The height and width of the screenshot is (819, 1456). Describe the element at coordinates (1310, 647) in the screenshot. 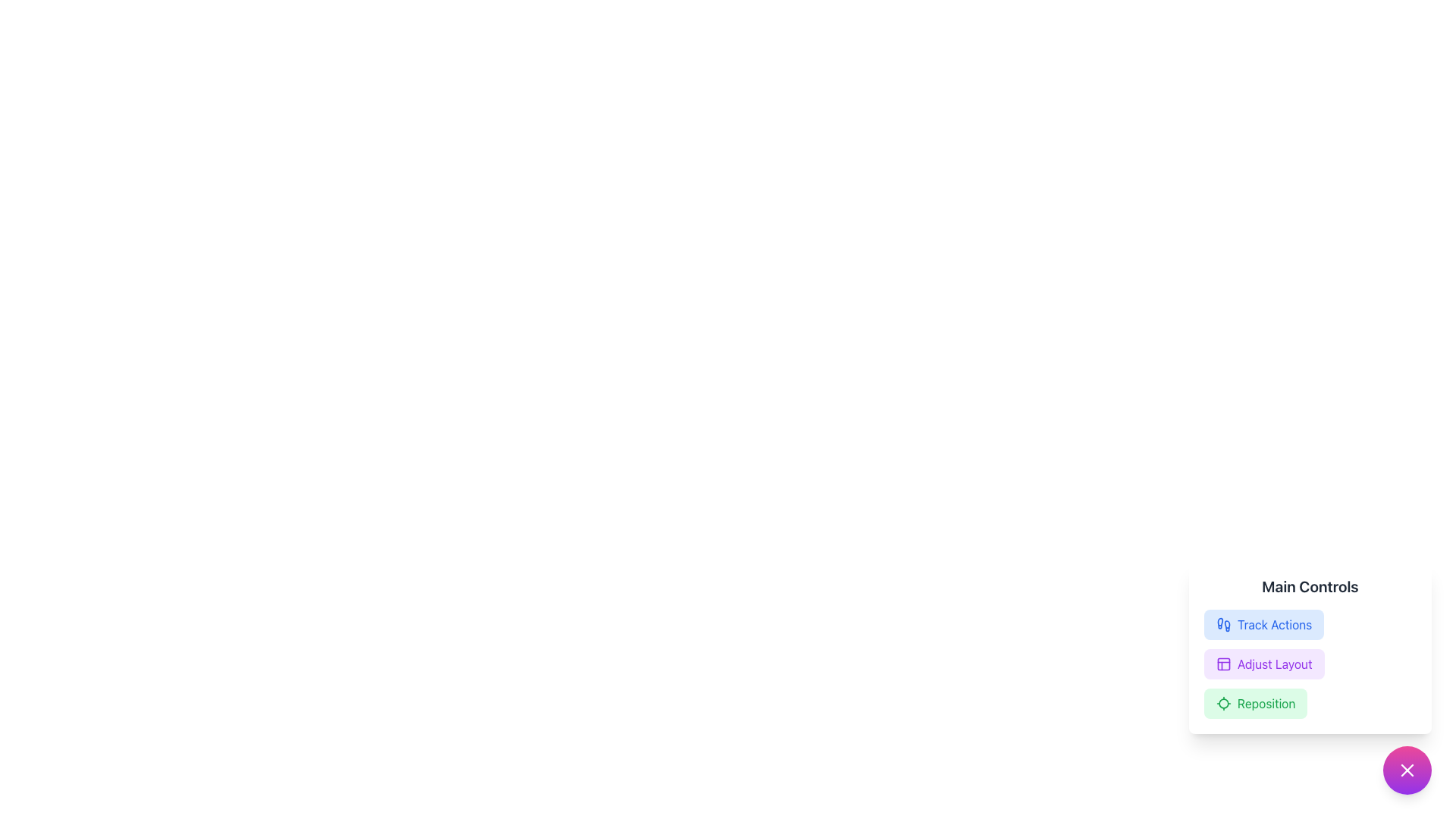

I see `the 'Adjust Layout' button` at that location.